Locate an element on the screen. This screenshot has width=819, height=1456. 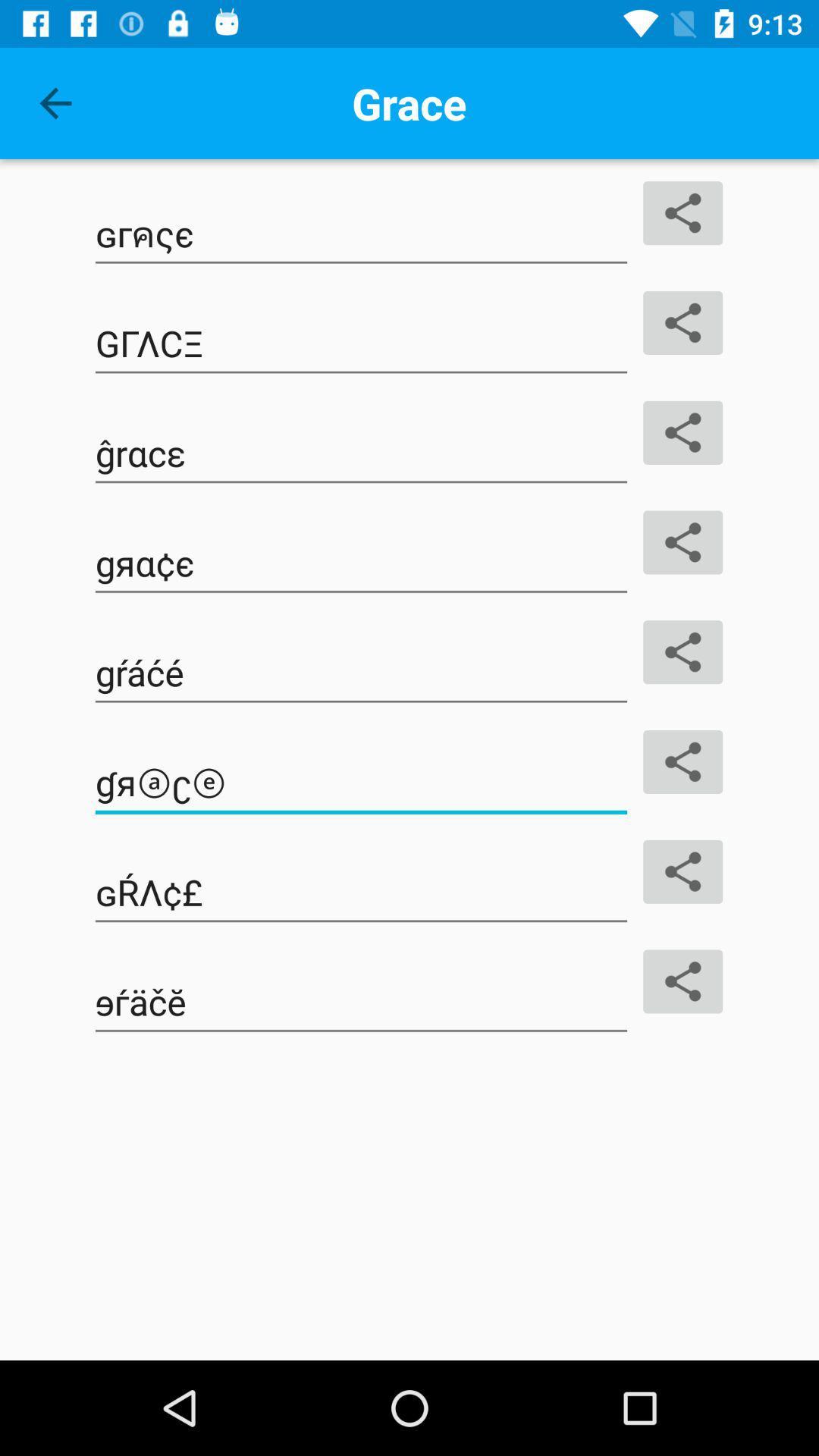
the share icon which is in the fifth line is located at coordinates (683, 652).